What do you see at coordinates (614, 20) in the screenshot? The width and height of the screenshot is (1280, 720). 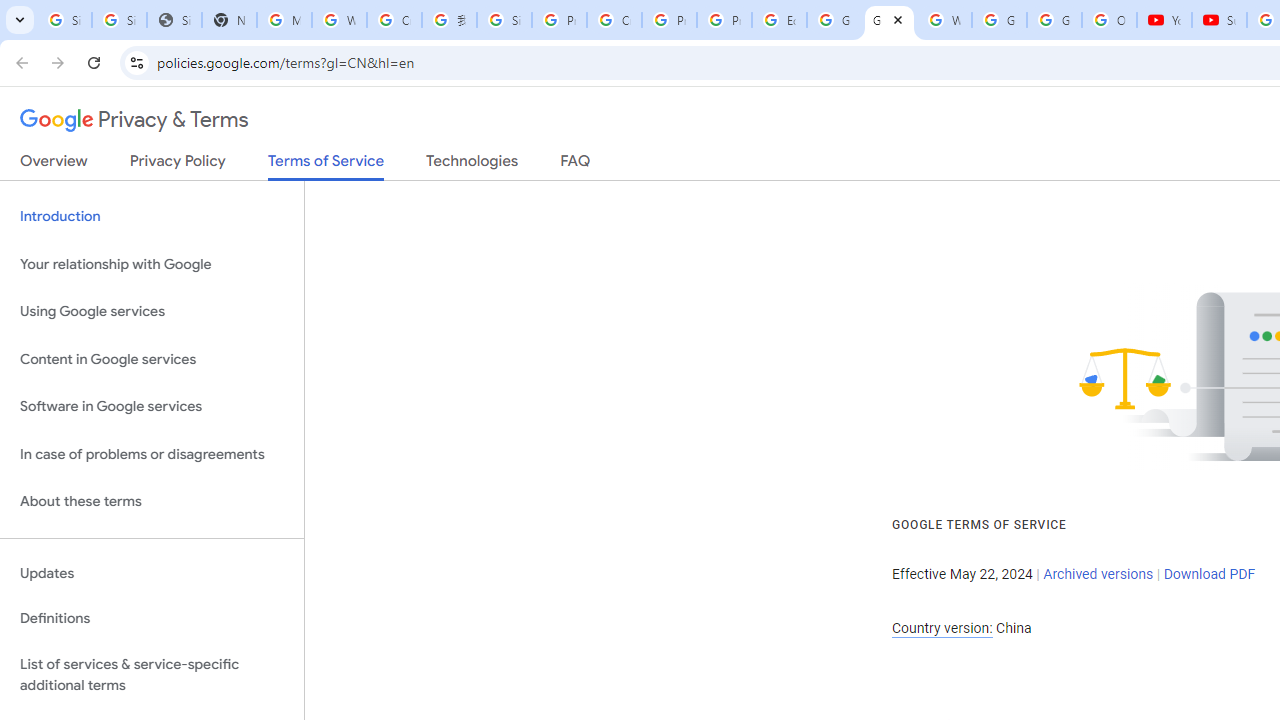 I see `'Create your Google Account'` at bounding box center [614, 20].